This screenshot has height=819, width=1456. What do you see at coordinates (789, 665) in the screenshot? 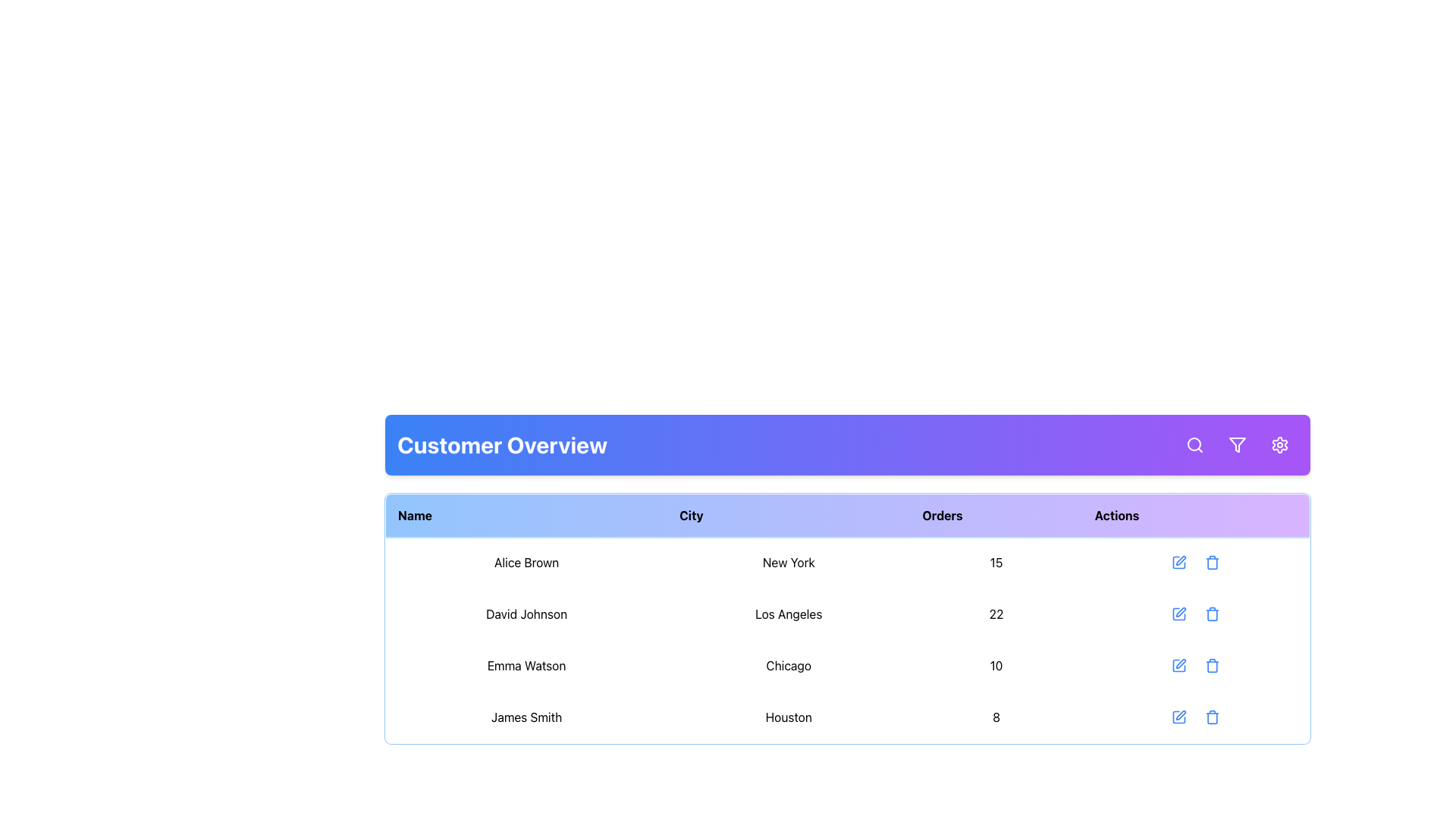
I see `text label indicating the city name associated with 'Emma Watson' in the customer overview table, located in the second column under the 'City' header` at bounding box center [789, 665].